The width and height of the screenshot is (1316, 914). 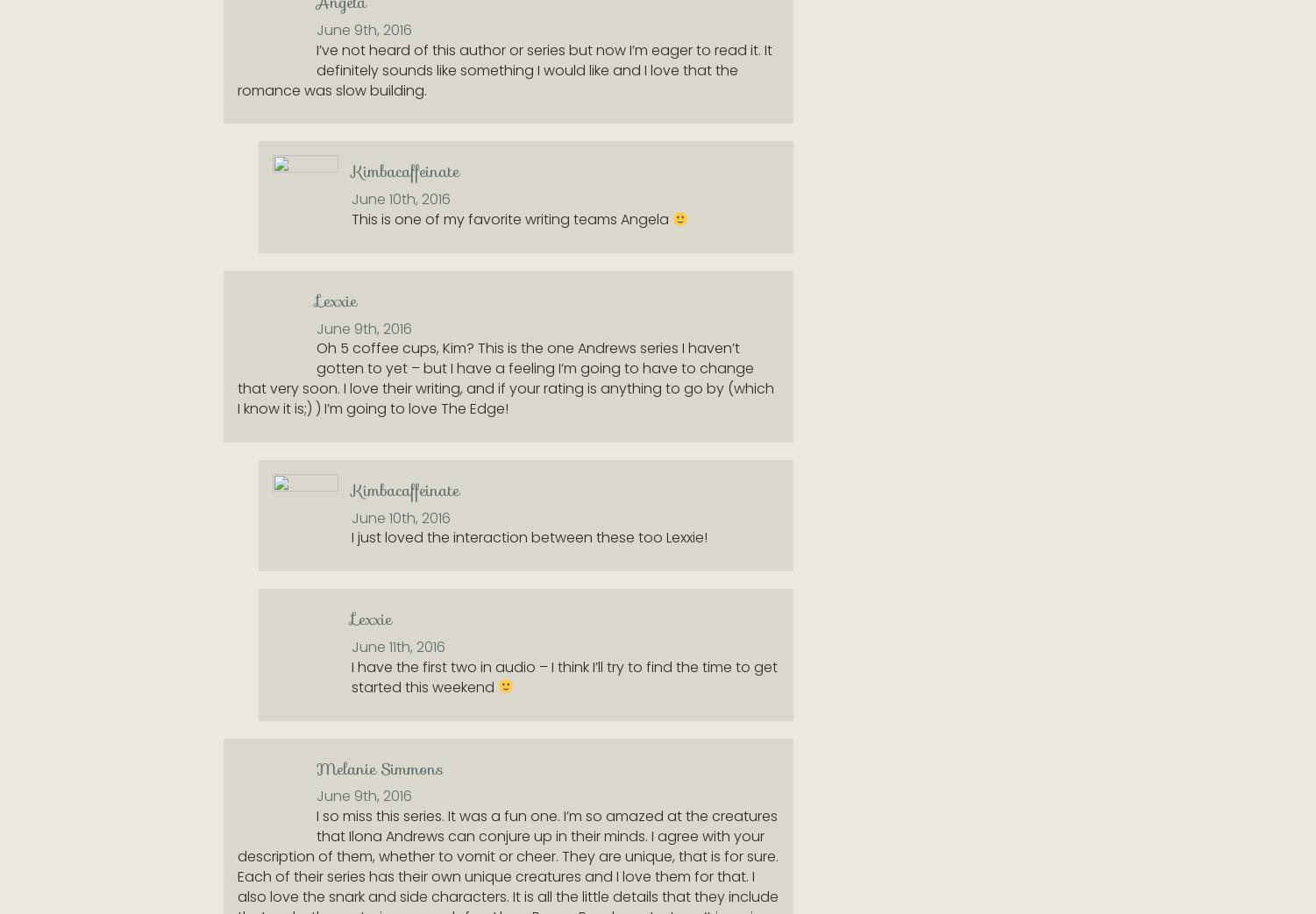 I want to click on 'Melanie Simmons', so click(x=380, y=768).